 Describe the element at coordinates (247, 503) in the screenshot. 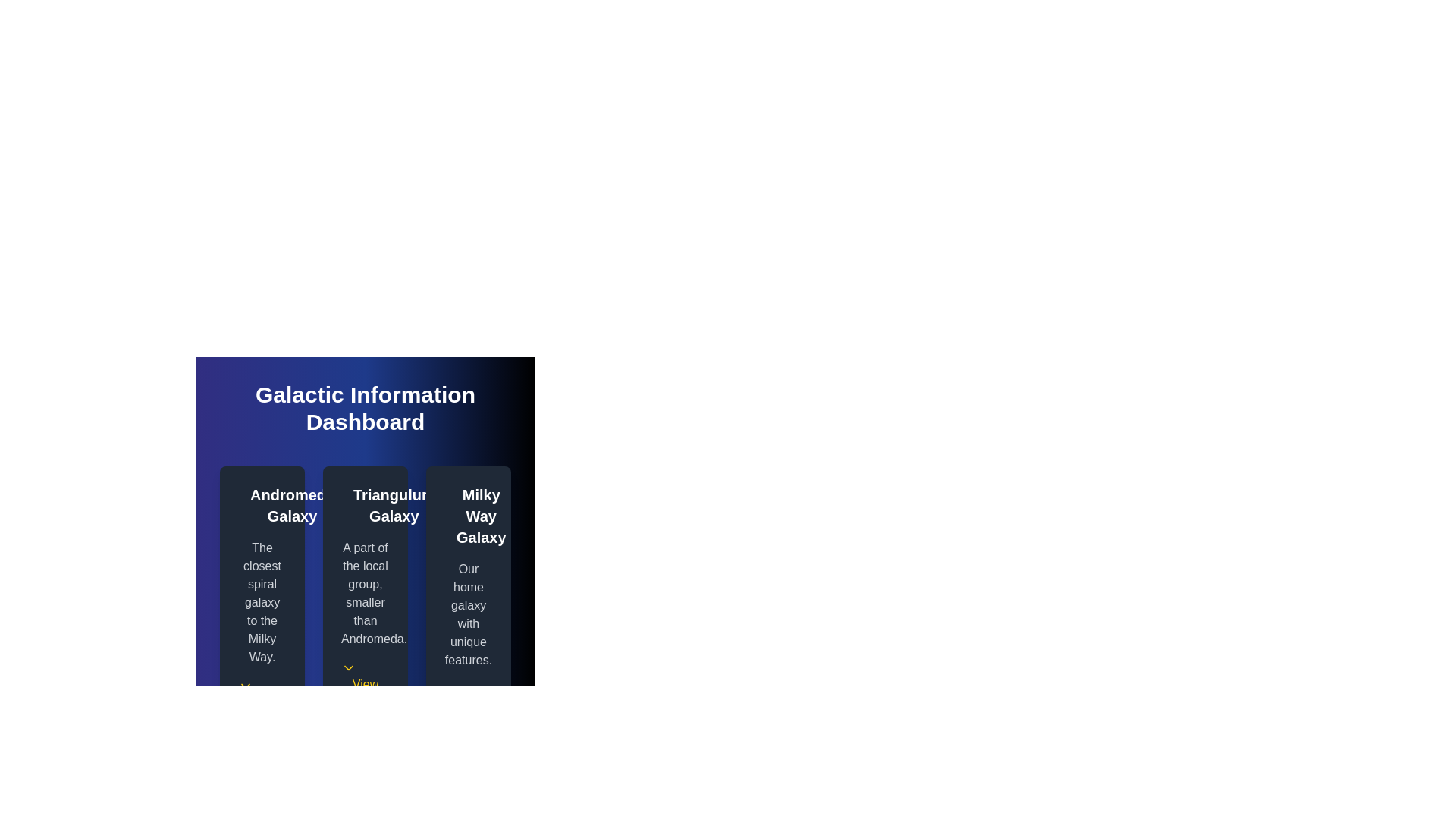

I see `the circular SVG graphic element that is part of the globe icon located at the top-left corner of the 'Andromeda Galaxy' card` at that location.